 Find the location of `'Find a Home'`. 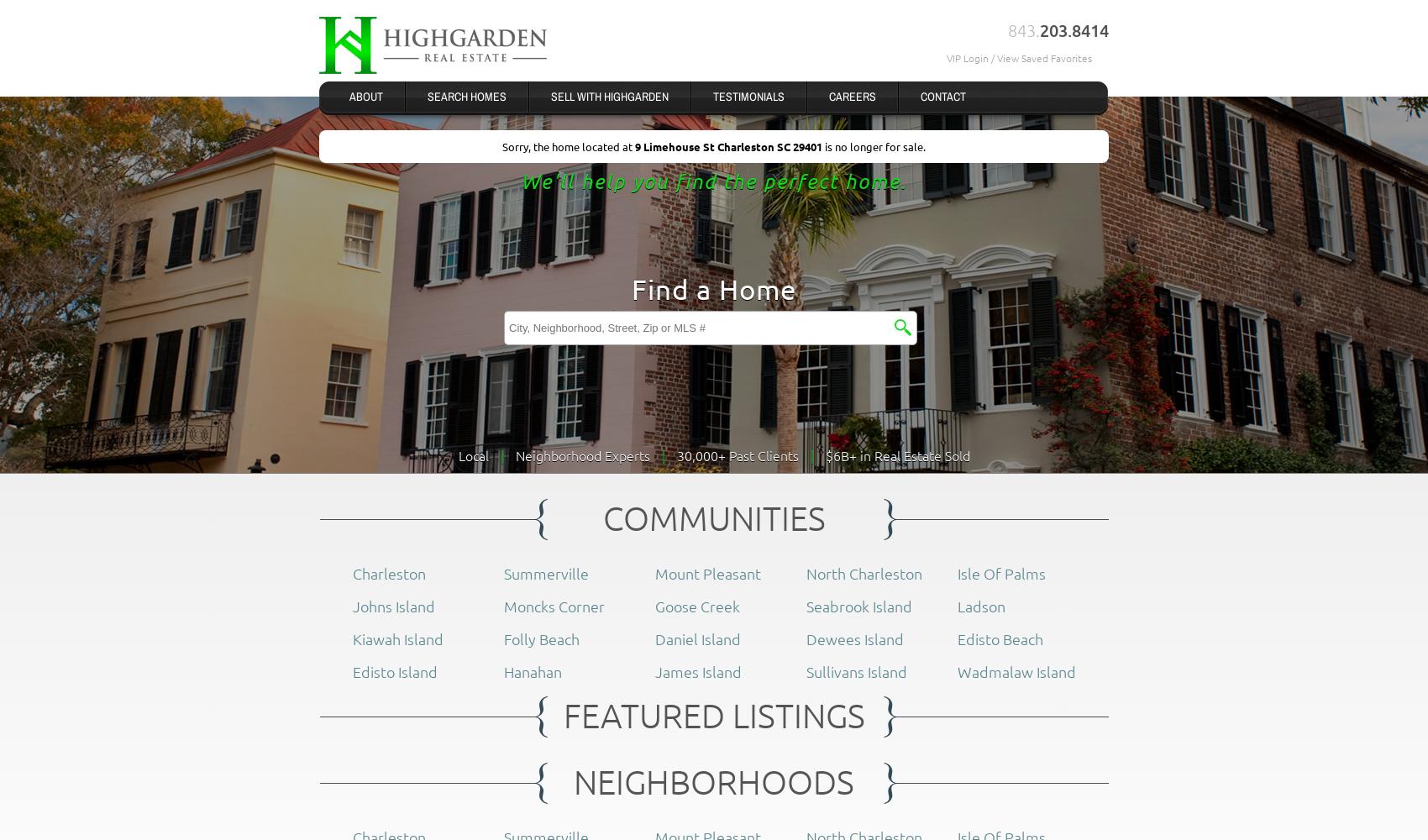

'Find a Home' is located at coordinates (631, 287).